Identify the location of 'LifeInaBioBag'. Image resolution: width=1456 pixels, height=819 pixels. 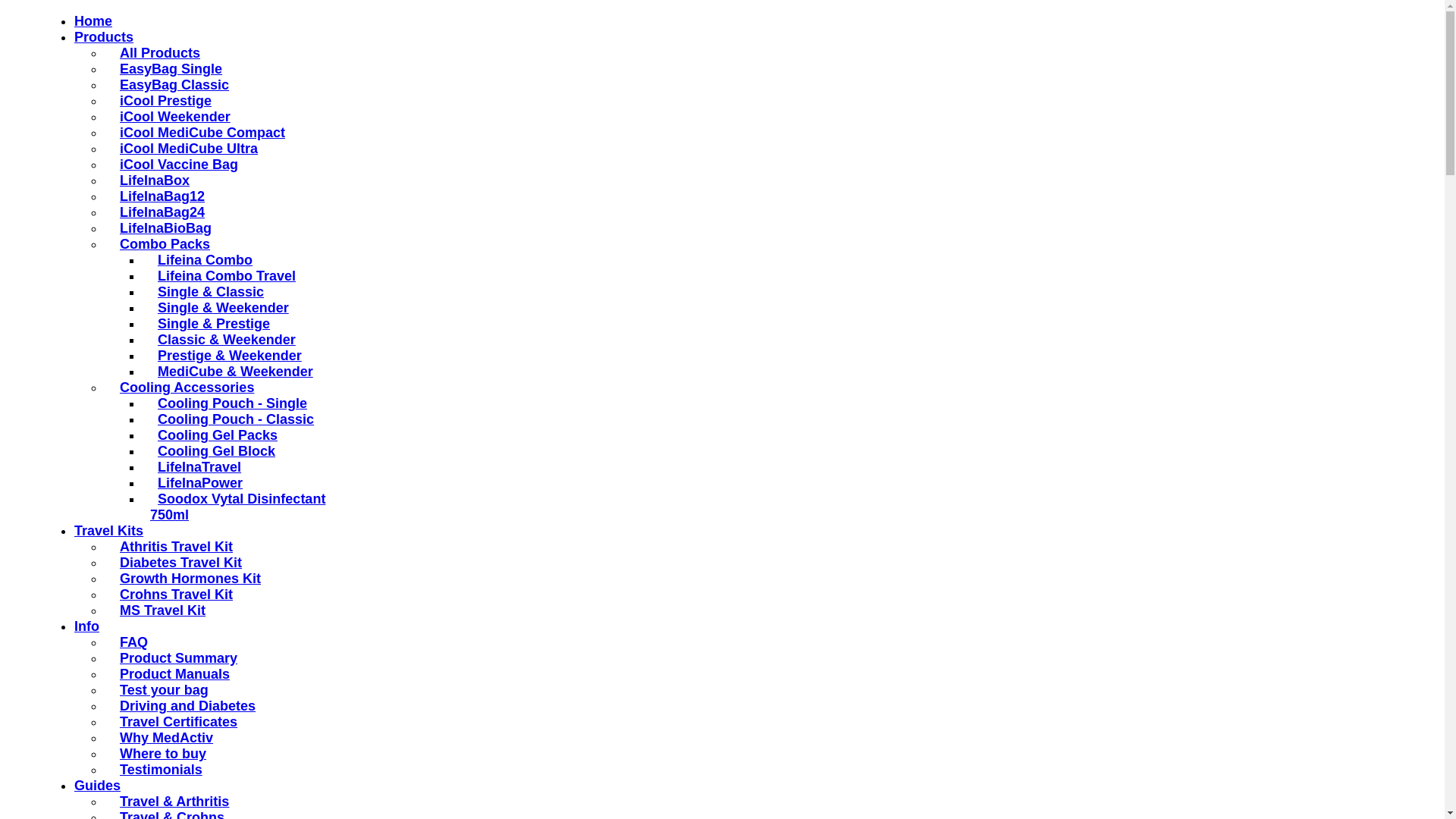
(162, 227).